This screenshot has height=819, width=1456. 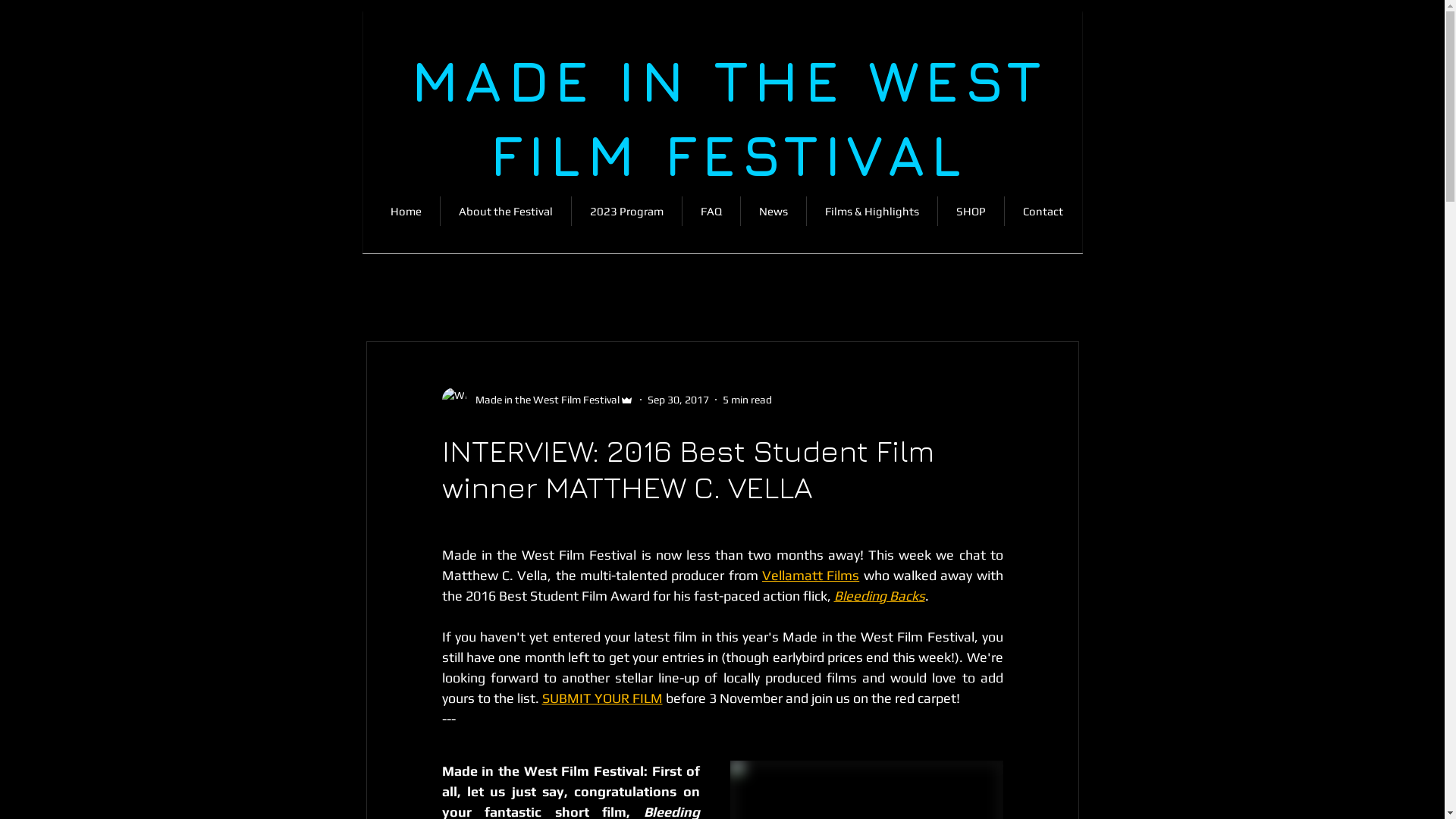 What do you see at coordinates (371, 211) in the screenshot?
I see `'Home'` at bounding box center [371, 211].